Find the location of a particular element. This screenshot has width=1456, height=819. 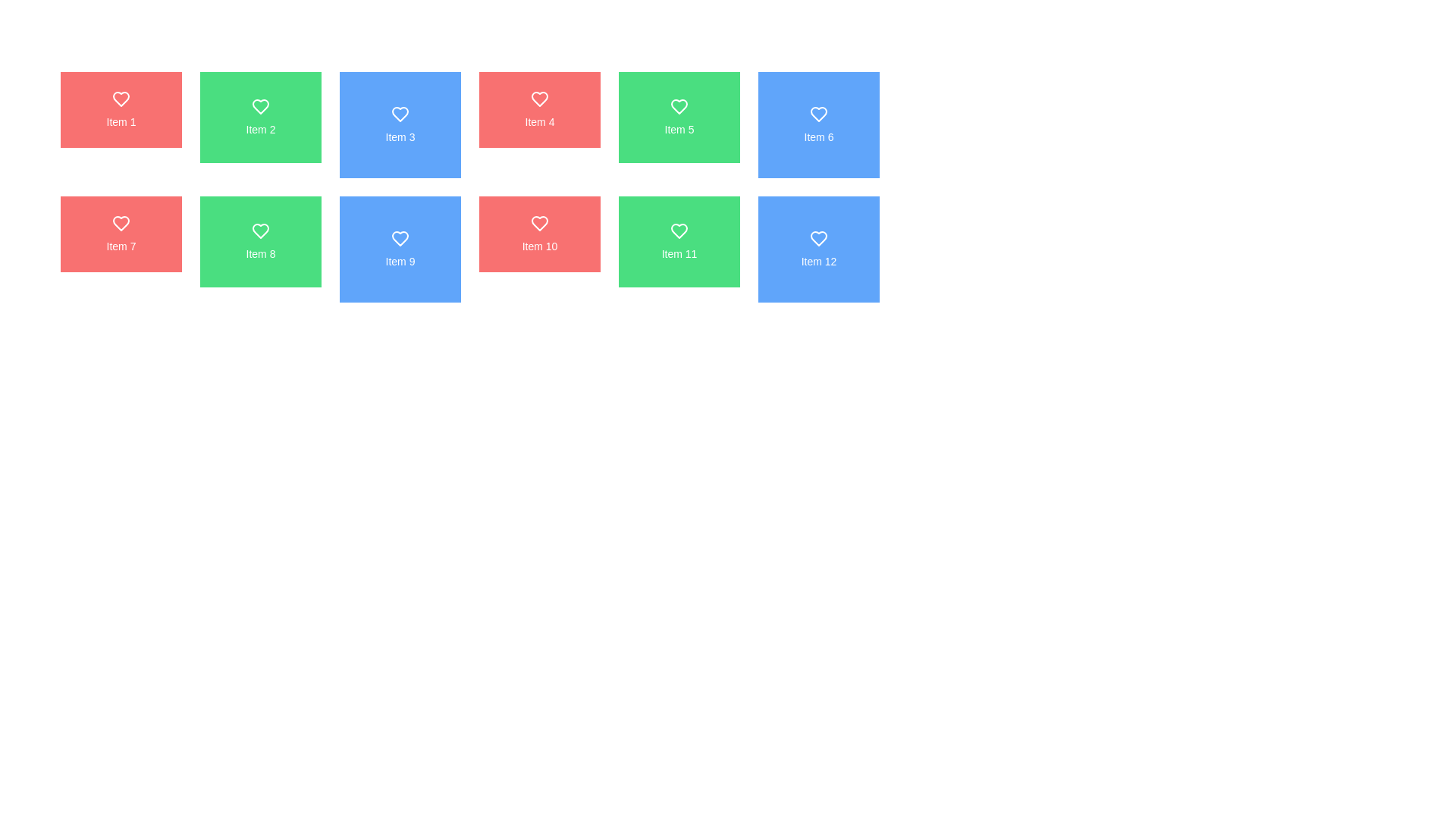

the heart-shaped icon representing the favorite feature, located within the blue square labeled Item 12 at the bottom-right corner of the grid is located at coordinates (818, 239).